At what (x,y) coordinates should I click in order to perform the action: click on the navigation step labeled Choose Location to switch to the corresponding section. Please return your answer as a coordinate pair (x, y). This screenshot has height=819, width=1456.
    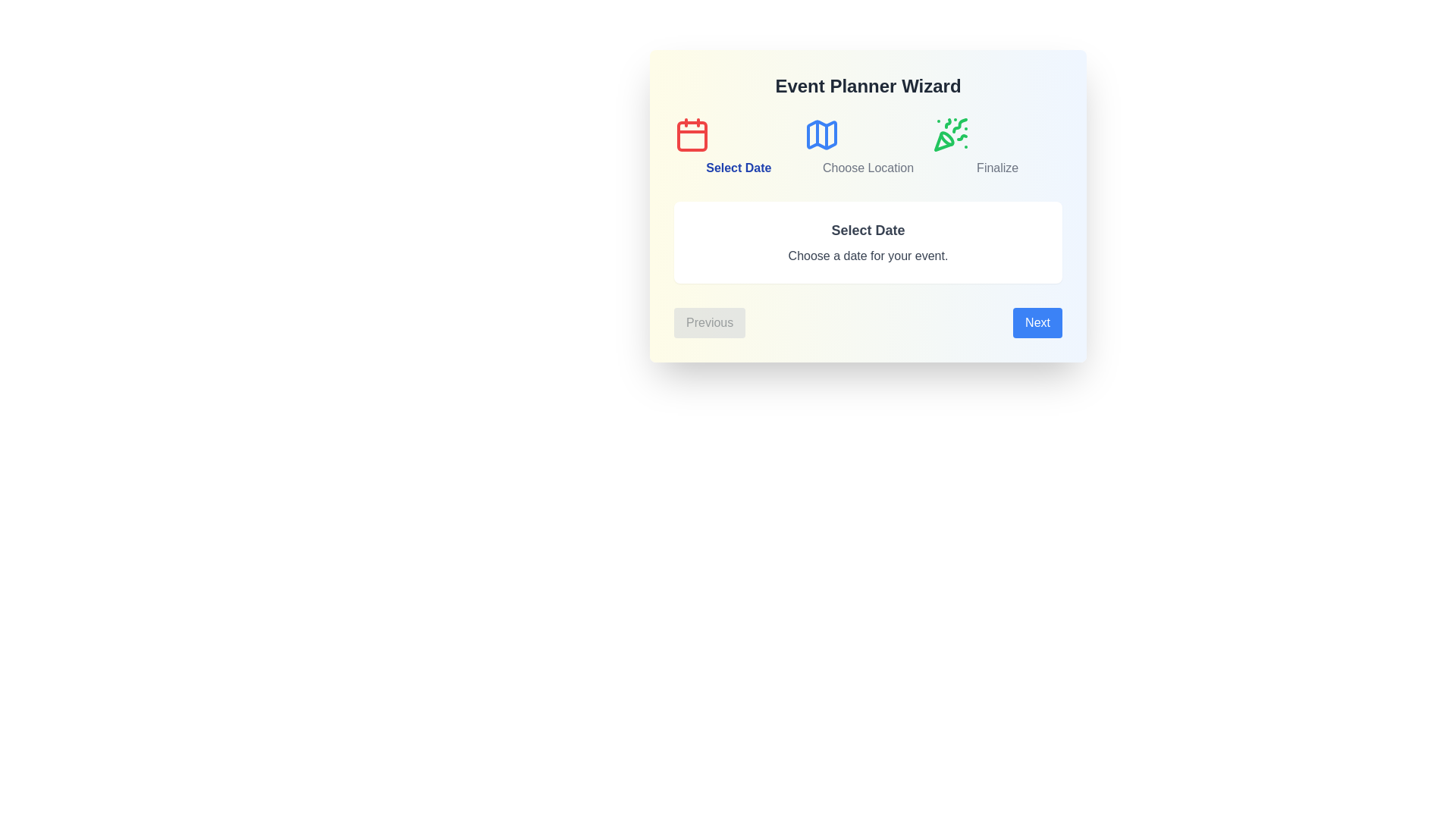
    Looking at the image, I should click on (868, 146).